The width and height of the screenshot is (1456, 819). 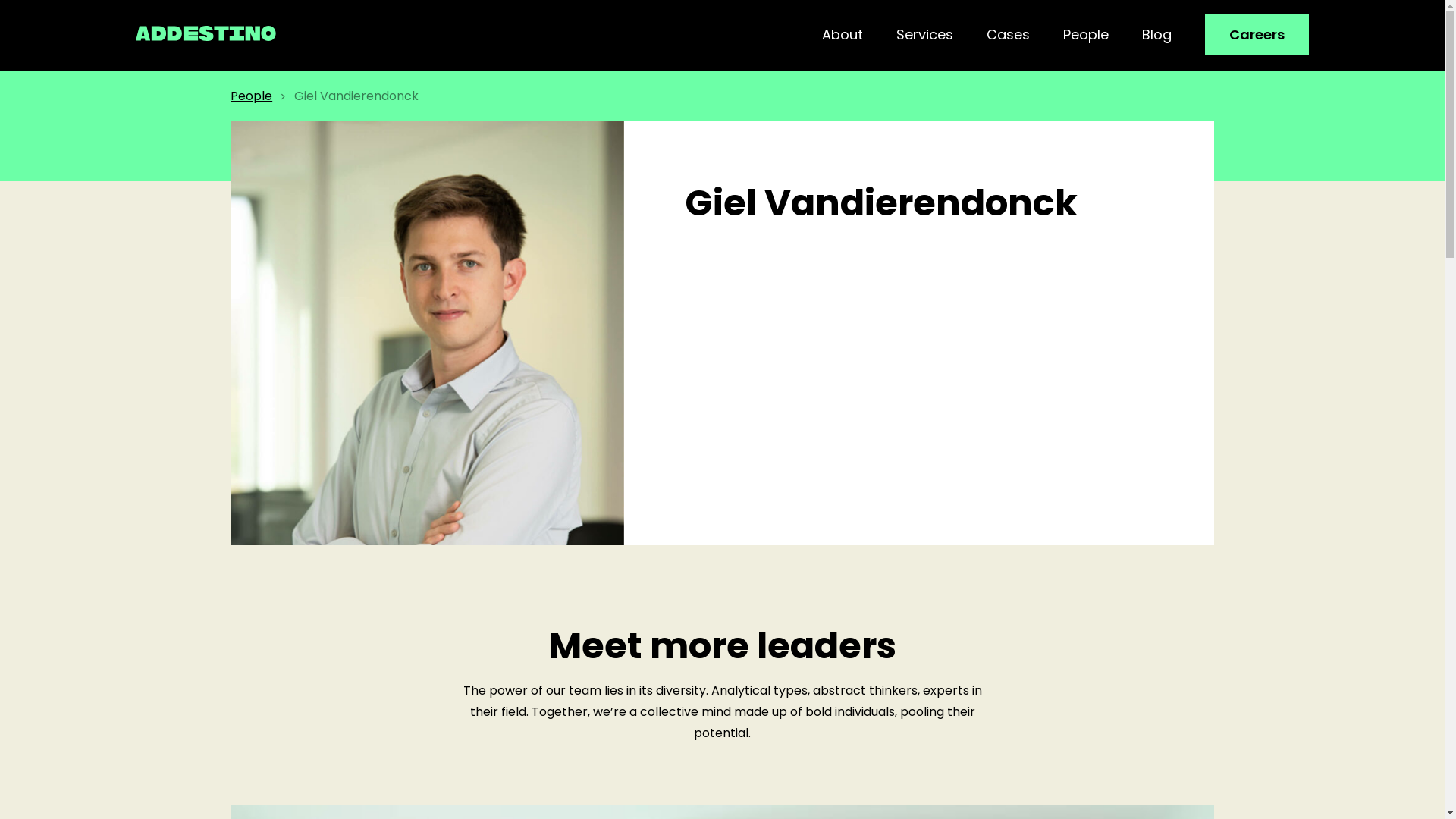 I want to click on 'Careers', so click(x=1257, y=34).